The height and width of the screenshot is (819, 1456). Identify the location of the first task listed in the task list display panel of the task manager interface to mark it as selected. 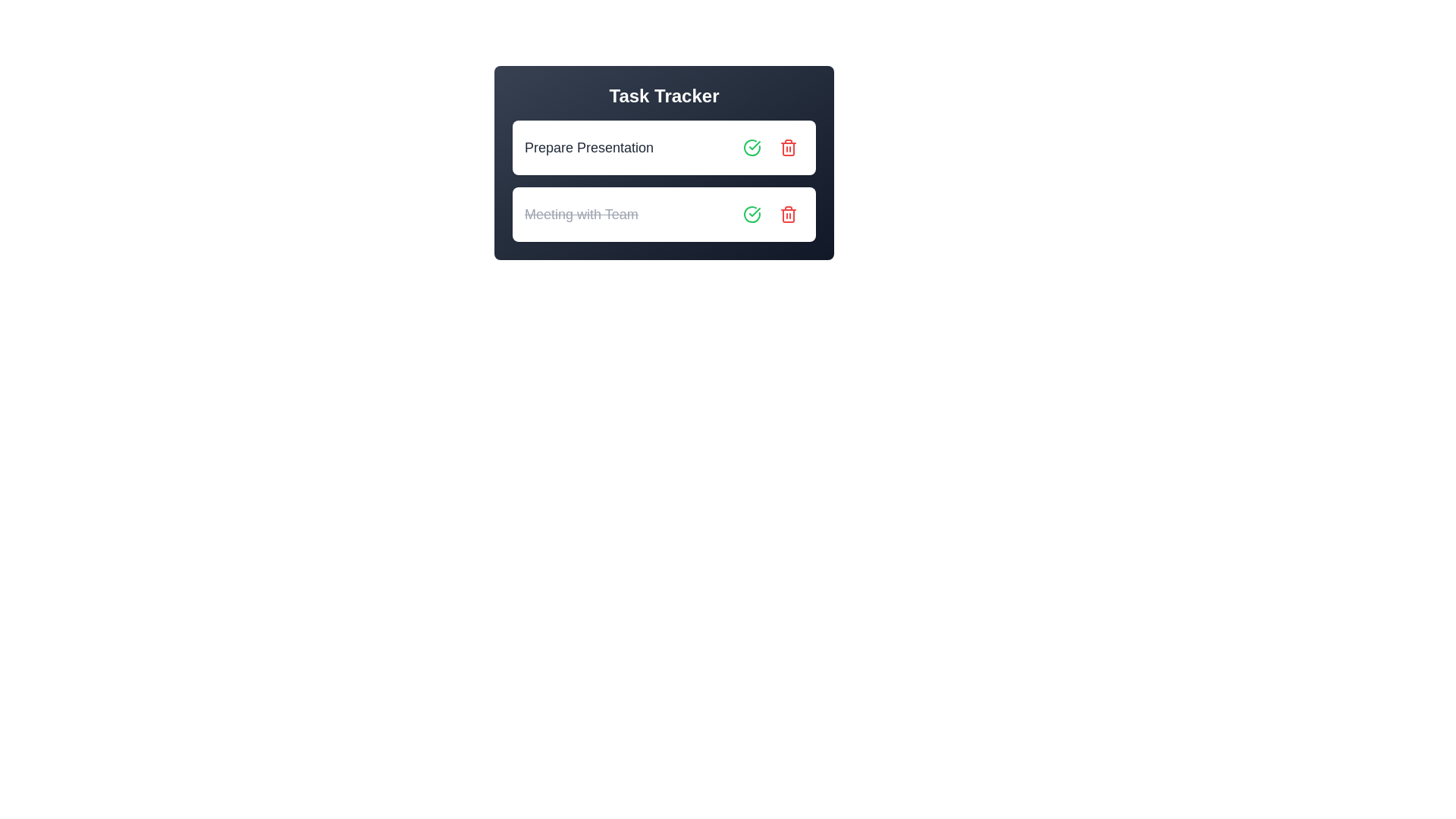
(664, 163).